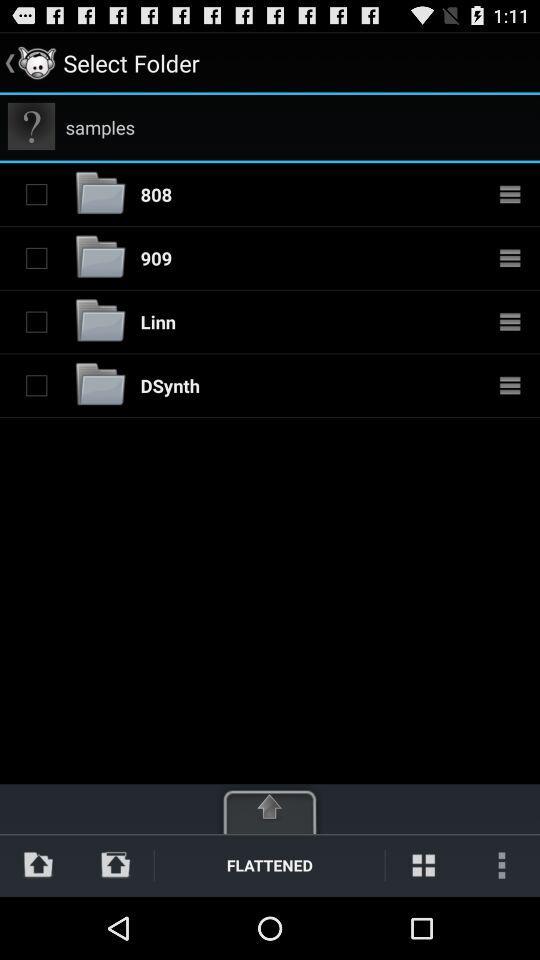 Image resolution: width=540 pixels, height=960 pixels. What do you see at coordinates (270, 807) in the screenshot?
I see `icon above flattened` at bounding box center [270, 807].